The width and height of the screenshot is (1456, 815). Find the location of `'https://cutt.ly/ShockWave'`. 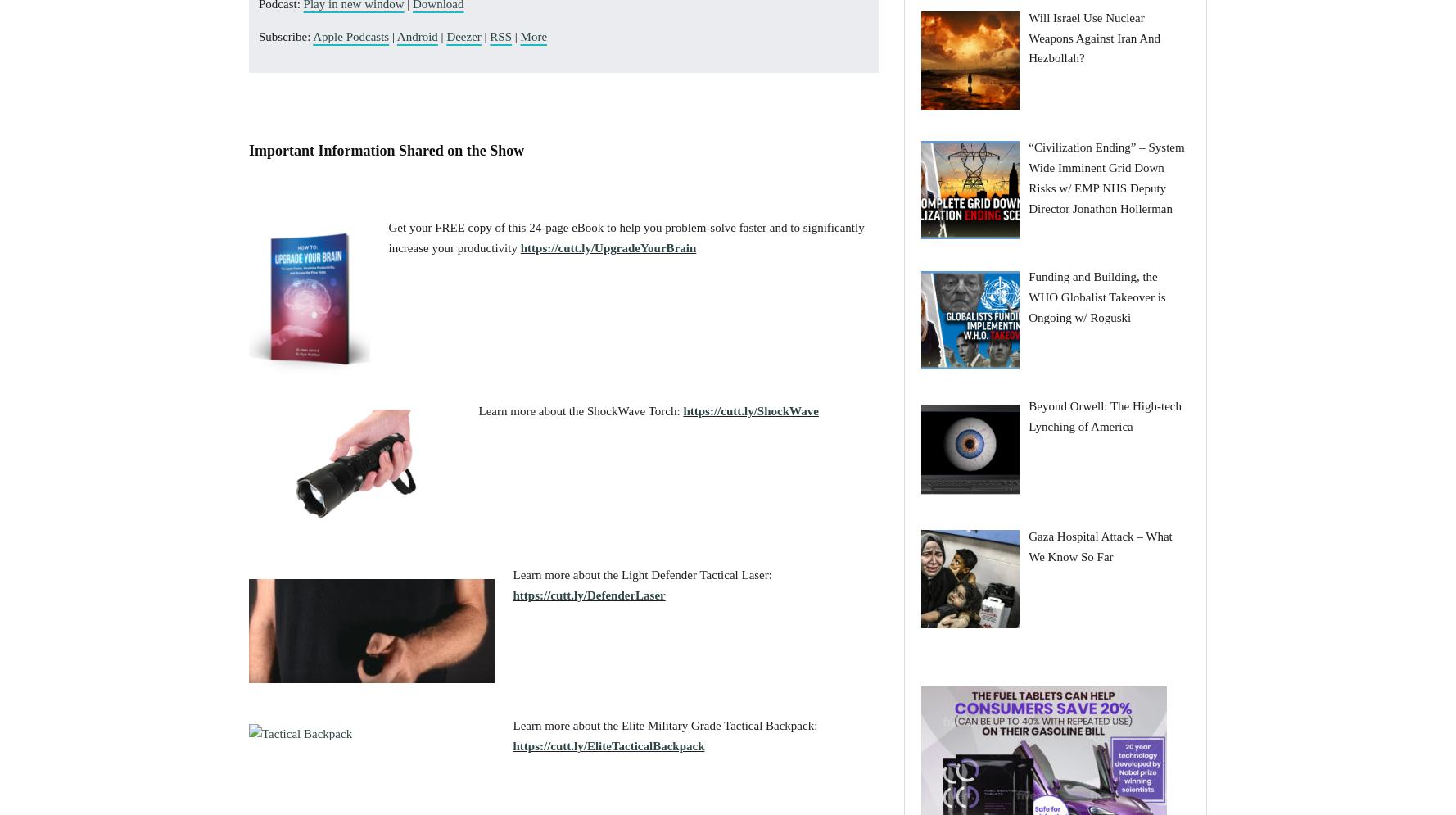

'https://cutt.ly/ShockWave' is located at coordinates (750, 410).